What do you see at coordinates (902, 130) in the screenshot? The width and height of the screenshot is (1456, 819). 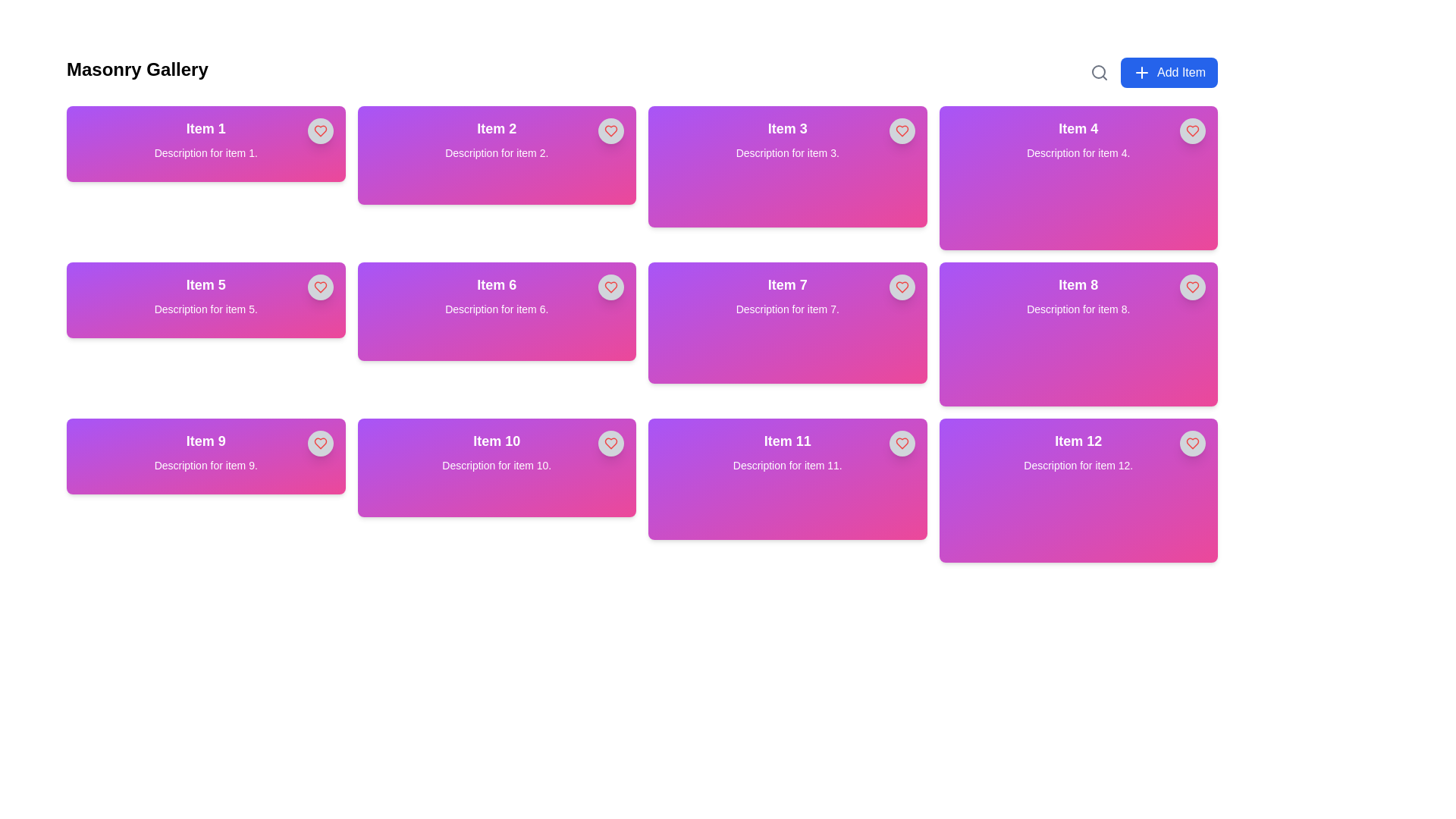 I see `the heart icon representing the favorite button located at the top-right corner of the card labeled 'Item 3' to favorite or unfavorite the item` at bounding box center [902, 130].